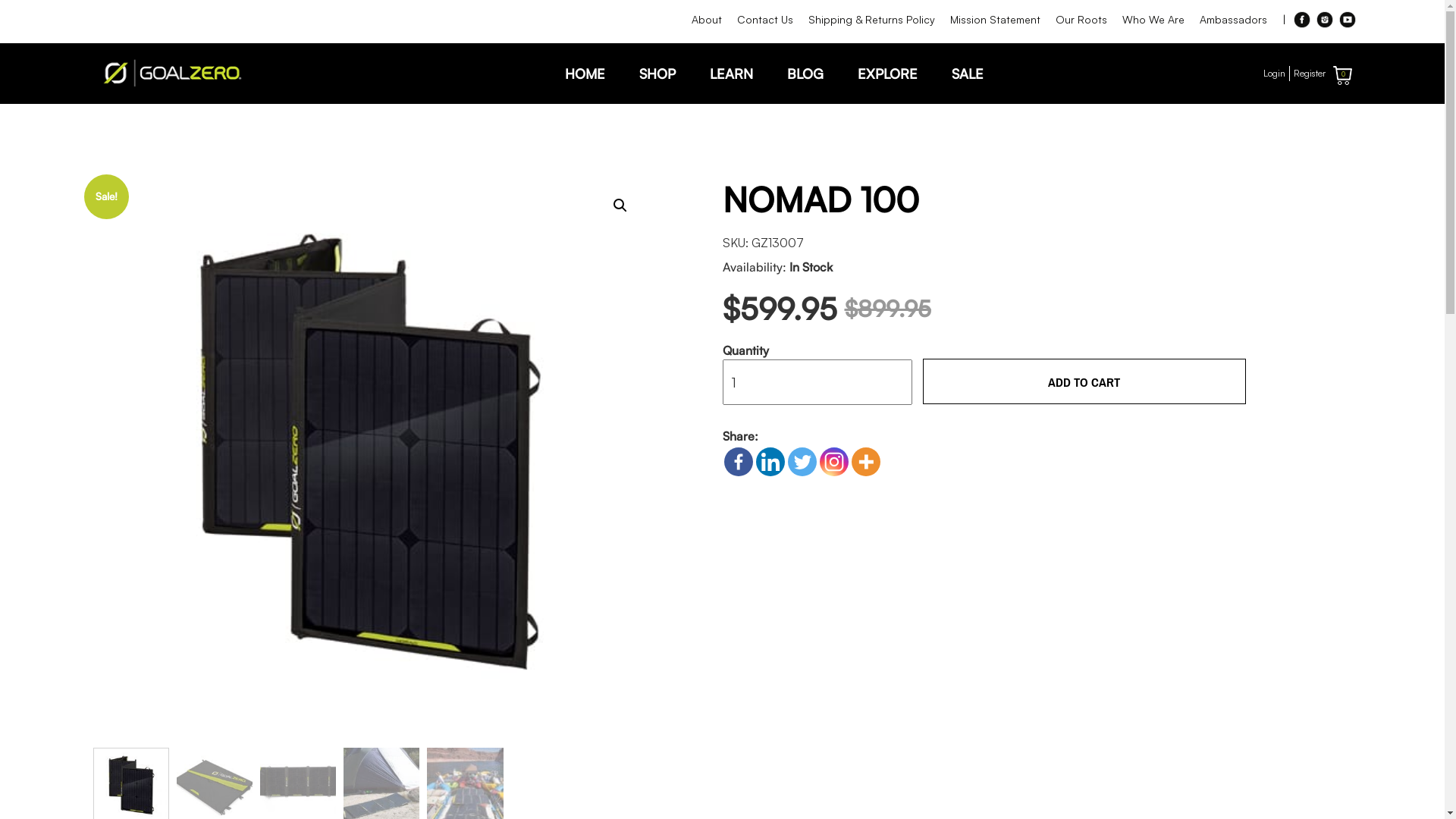 This screenshot has width=1456, height=819. What do you see at coordinates (1347, 20) in the screenshot?
I see `'You Tube'` at bounding box center [1347, 20].